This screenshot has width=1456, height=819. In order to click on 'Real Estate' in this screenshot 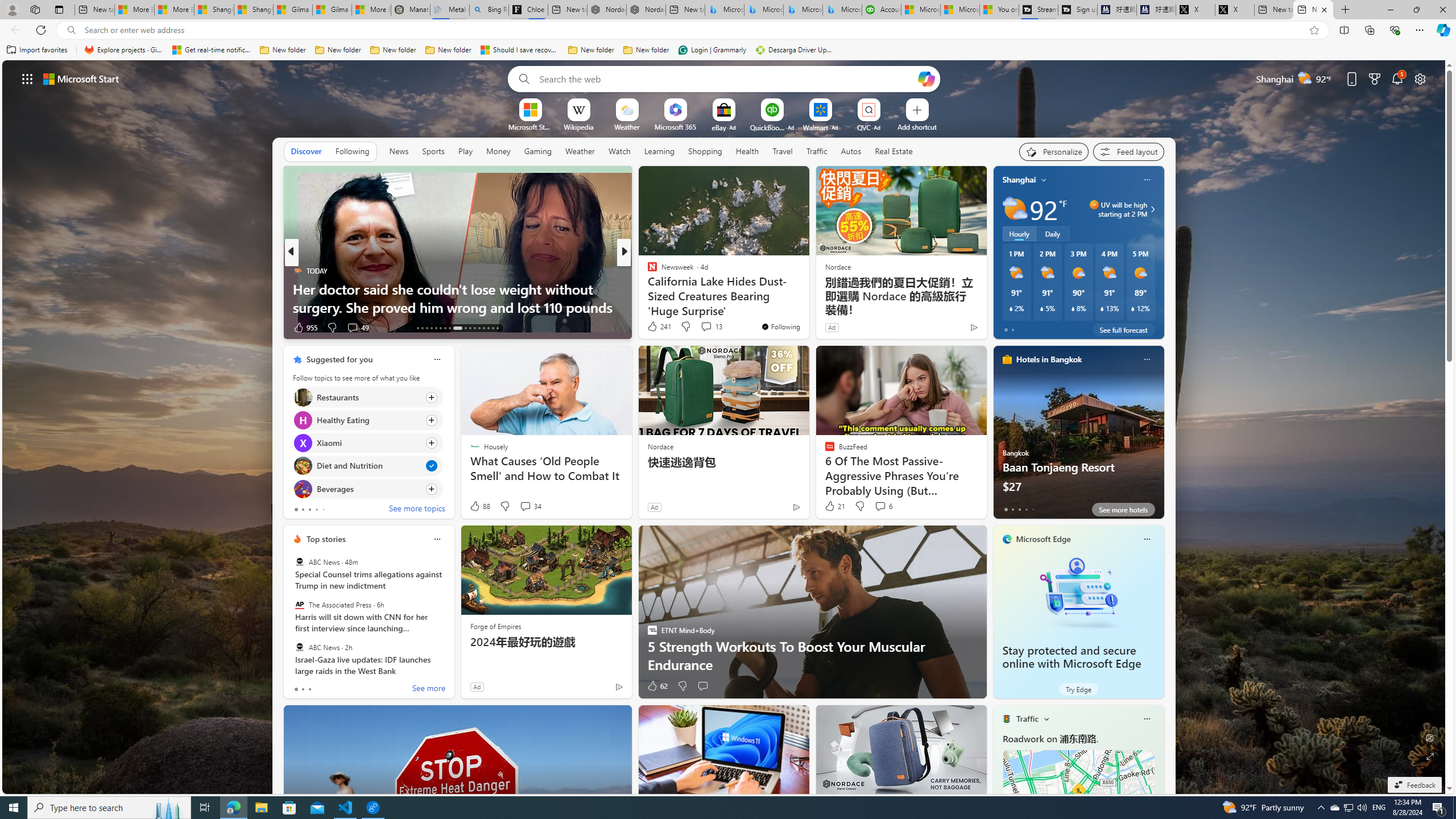, I will do `click(893, 151)`.